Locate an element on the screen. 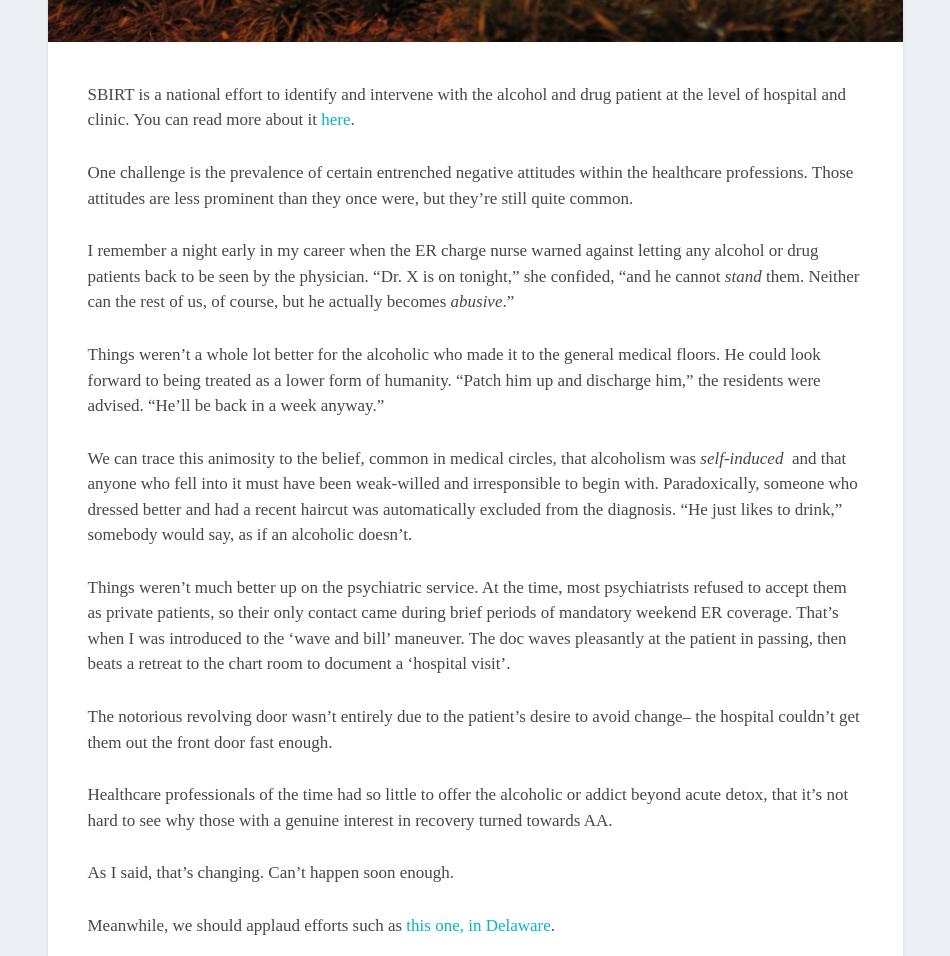 This screenshot has height=956, width=950. 'Things weren’t a whole lot better for the alcoholic who made it to the general medical floors. He could look forward to being treated as a lower form of humanity. “Patch him up and discharge him,” the residents were advised. “He’ll be back in a week anyway.”' is located at coordinates (452, 380).